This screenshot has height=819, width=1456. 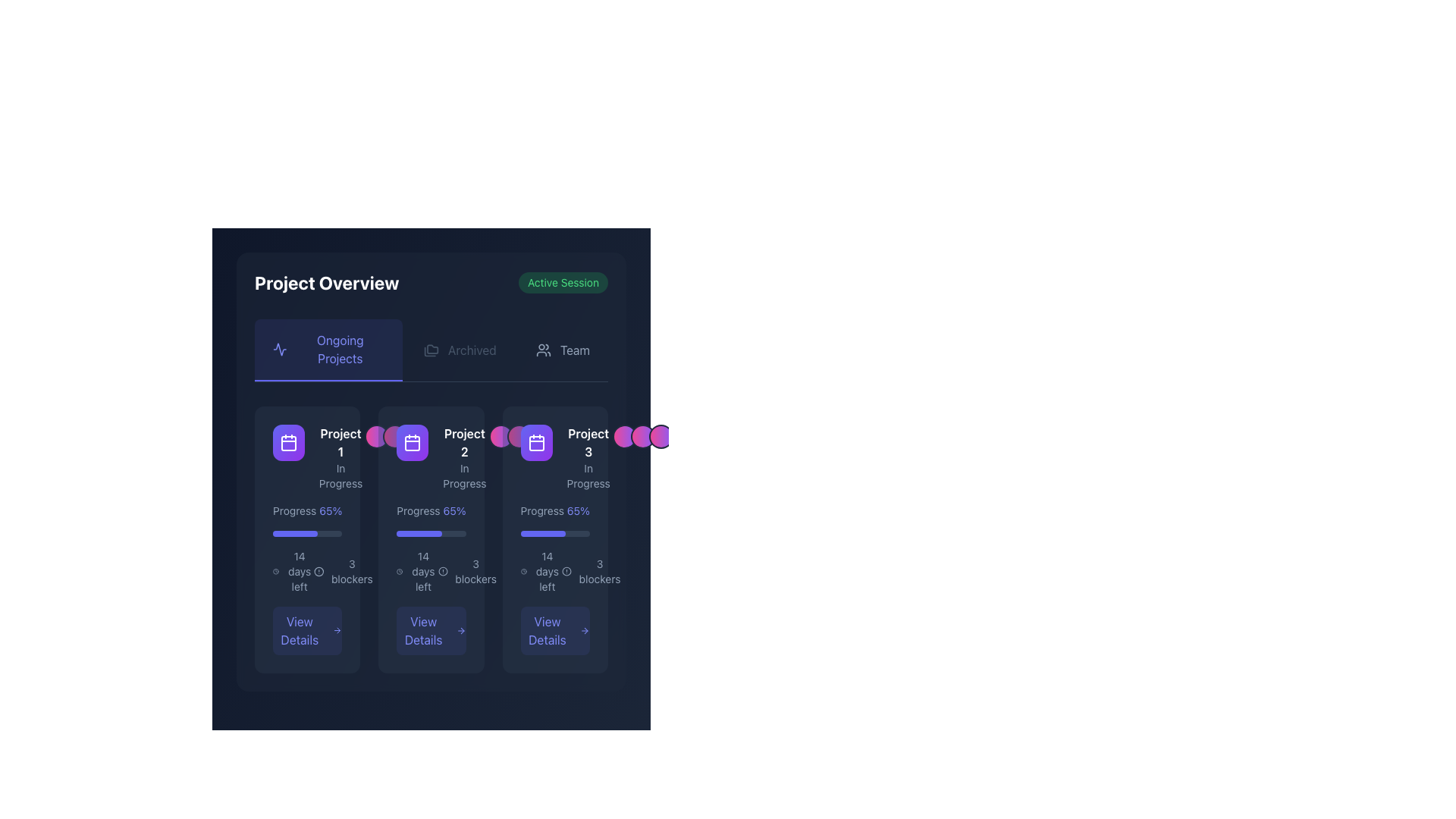 I want to click on textual content displaying '14 days left 3 blockers' from the text with icons located at the bottom region of the first card in the middle row, so click(x=306, y=571).